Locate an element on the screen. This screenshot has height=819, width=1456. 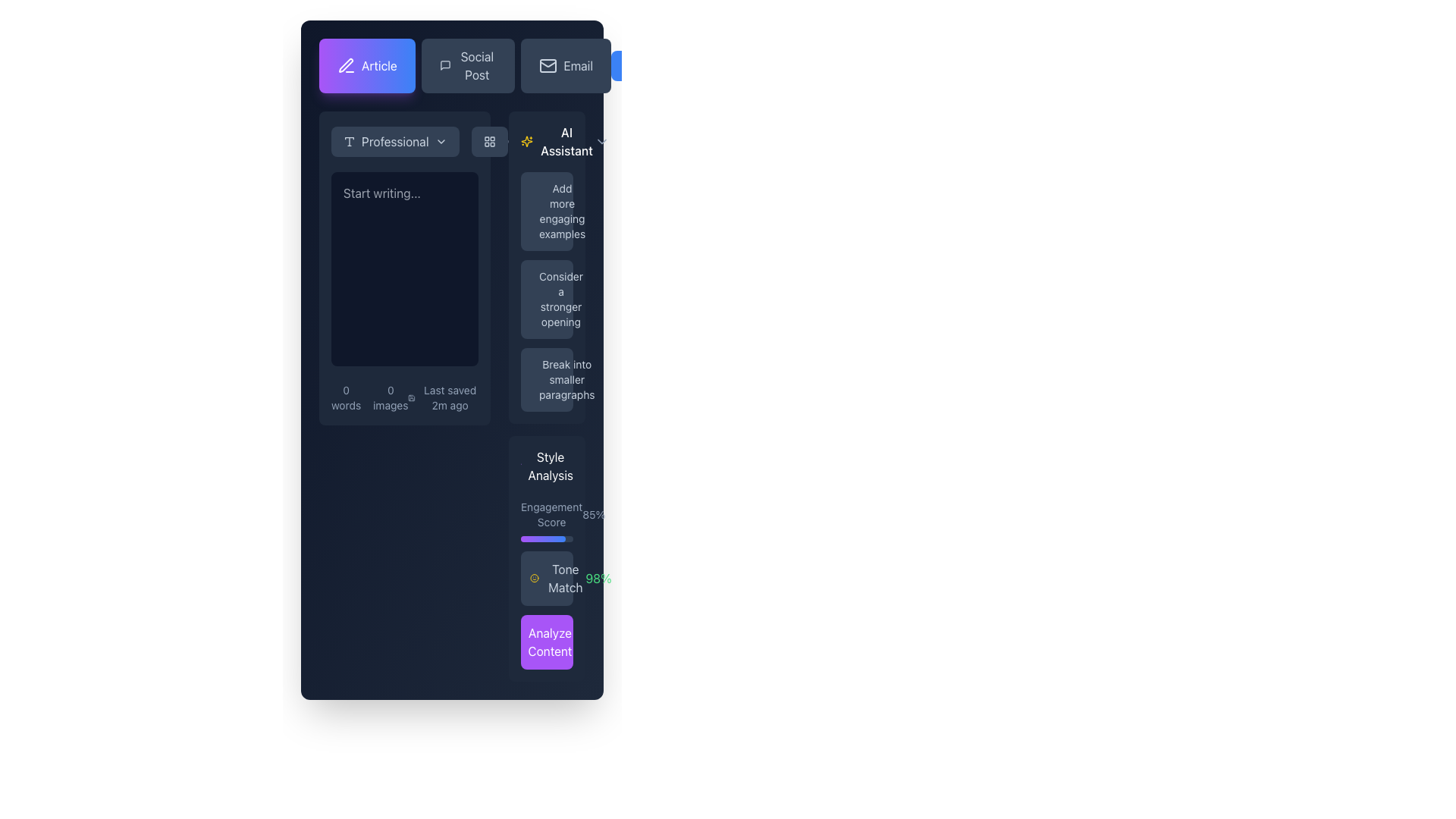
the displayed number in the text label that shows '0 images', which is located on a dark background and adjacent to the '0 words' label is located at coordinates (391, 397).